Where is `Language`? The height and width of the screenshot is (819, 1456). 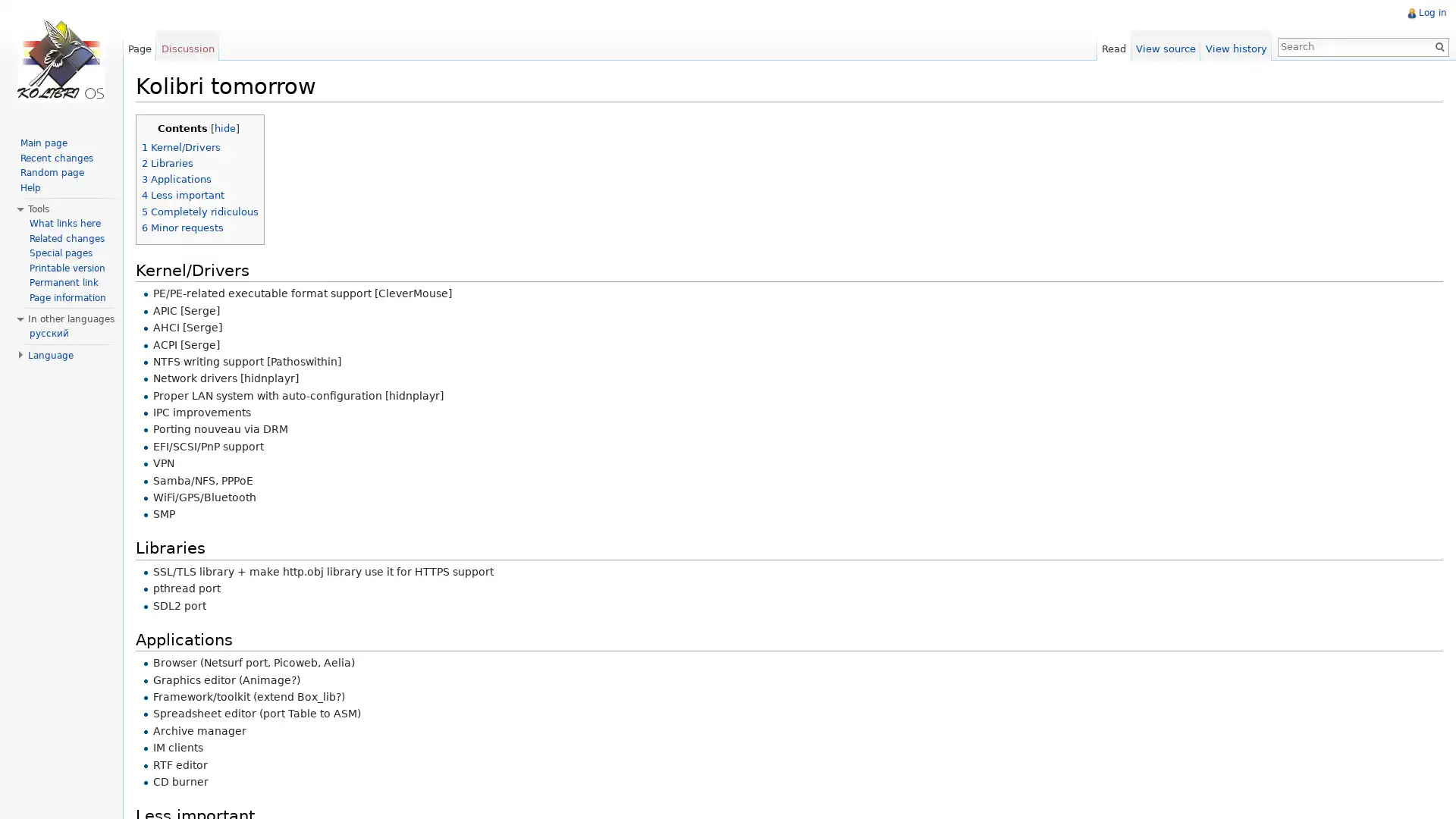
Language is located at coordinates (51, 354).